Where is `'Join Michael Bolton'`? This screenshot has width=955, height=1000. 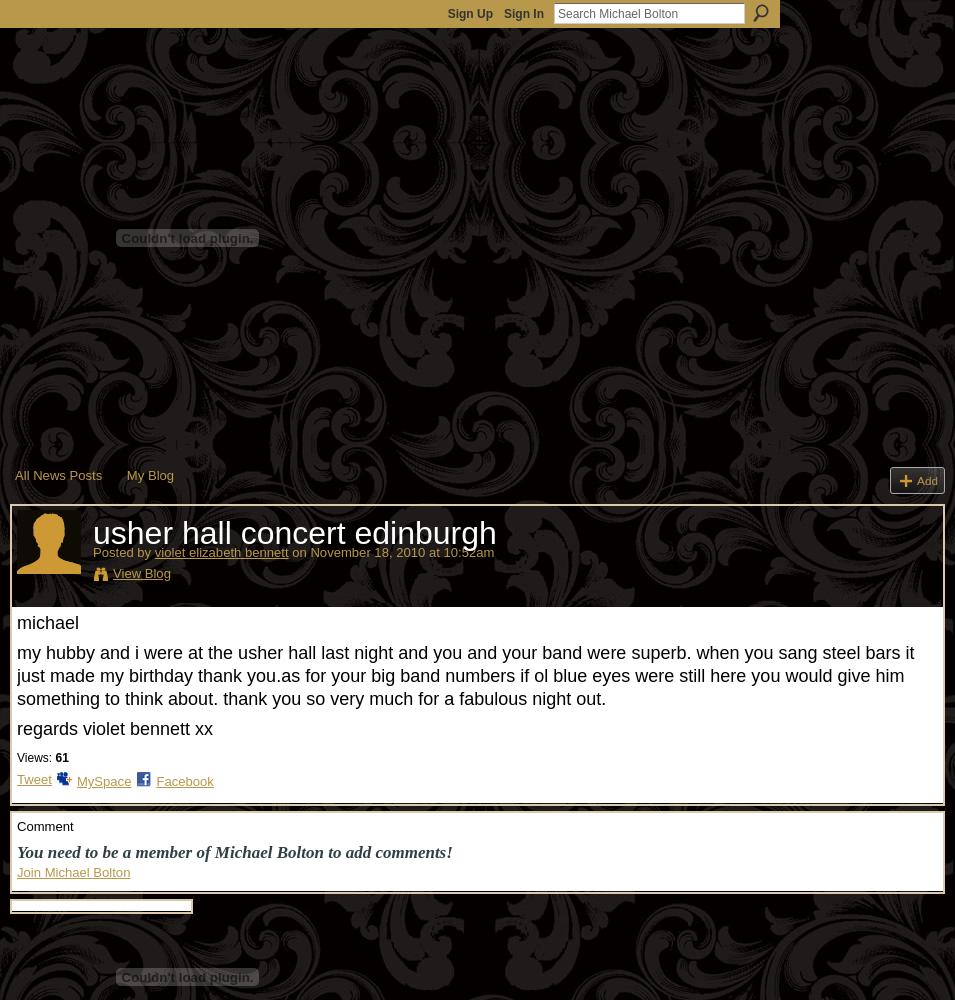 'Join Michael Bolton' is located at coordinates (15, 870).